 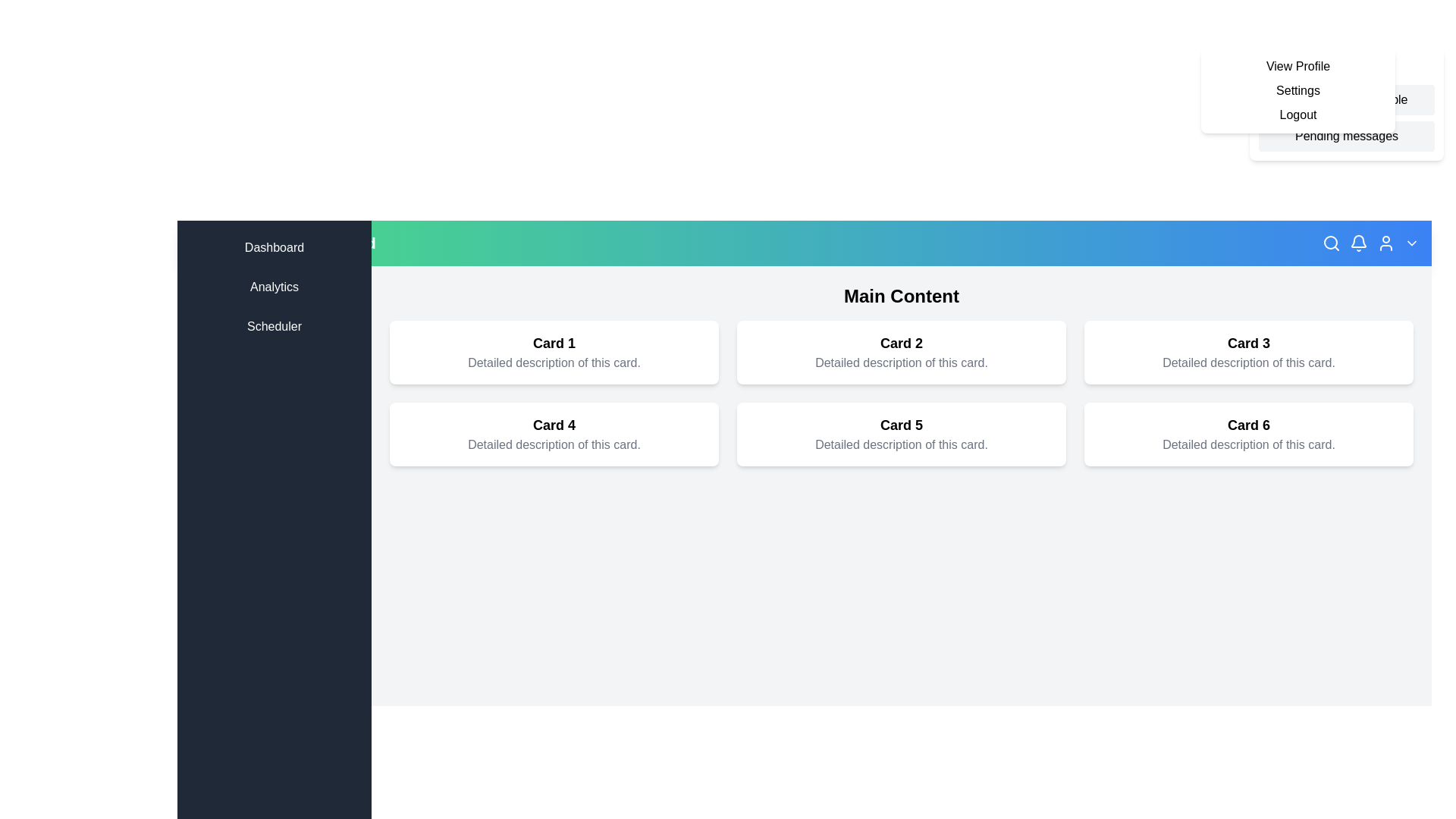 I want to click on the text element labeled 'Card 3', so click(x=1248, y=343).